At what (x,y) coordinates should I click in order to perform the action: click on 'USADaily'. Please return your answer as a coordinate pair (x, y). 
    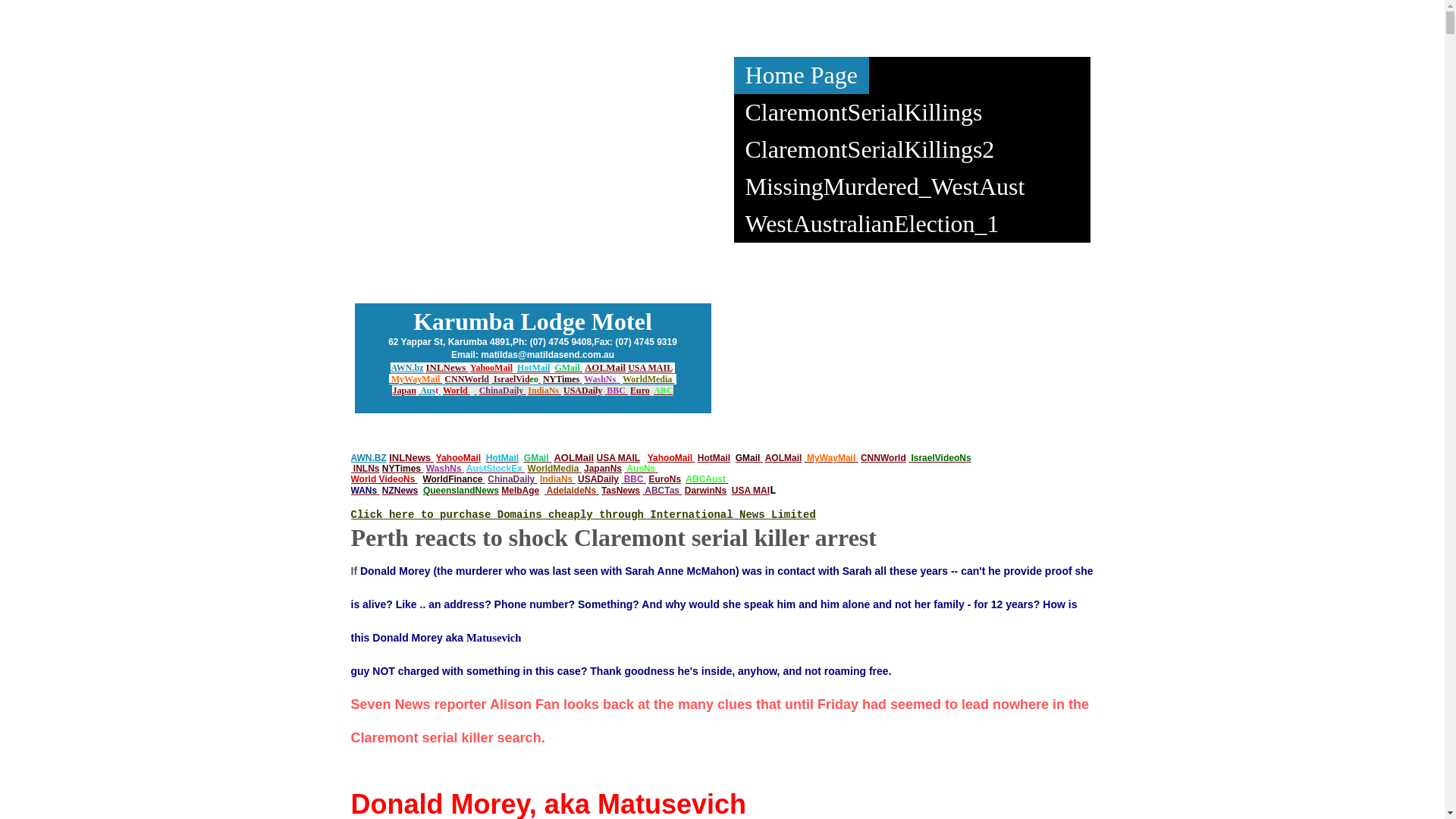
    Looking at the image, I should click on (582, 390).